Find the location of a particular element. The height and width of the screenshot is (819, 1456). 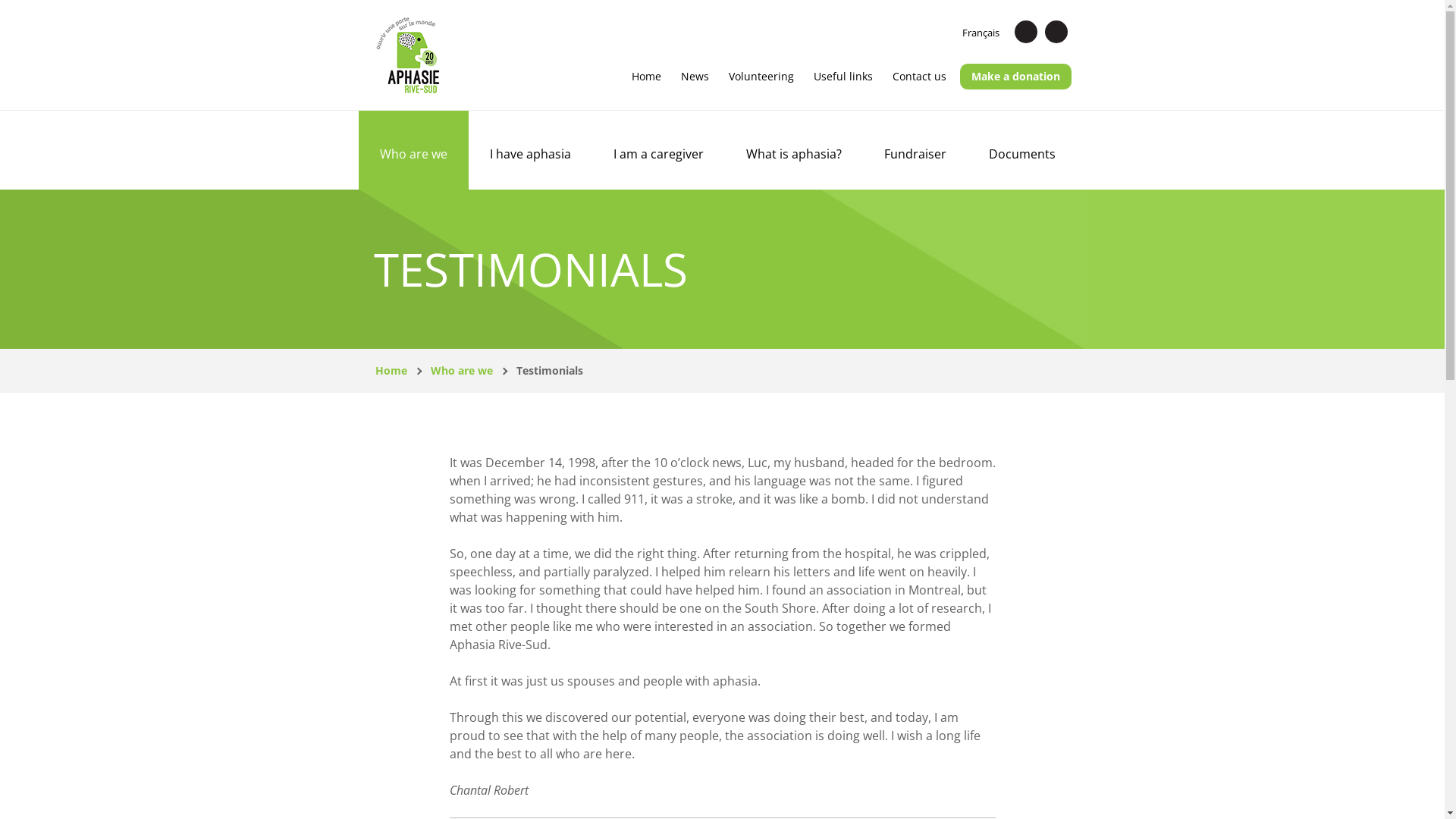

'APHASIE RIVE-SUD' is located at coordinates (407, 54).